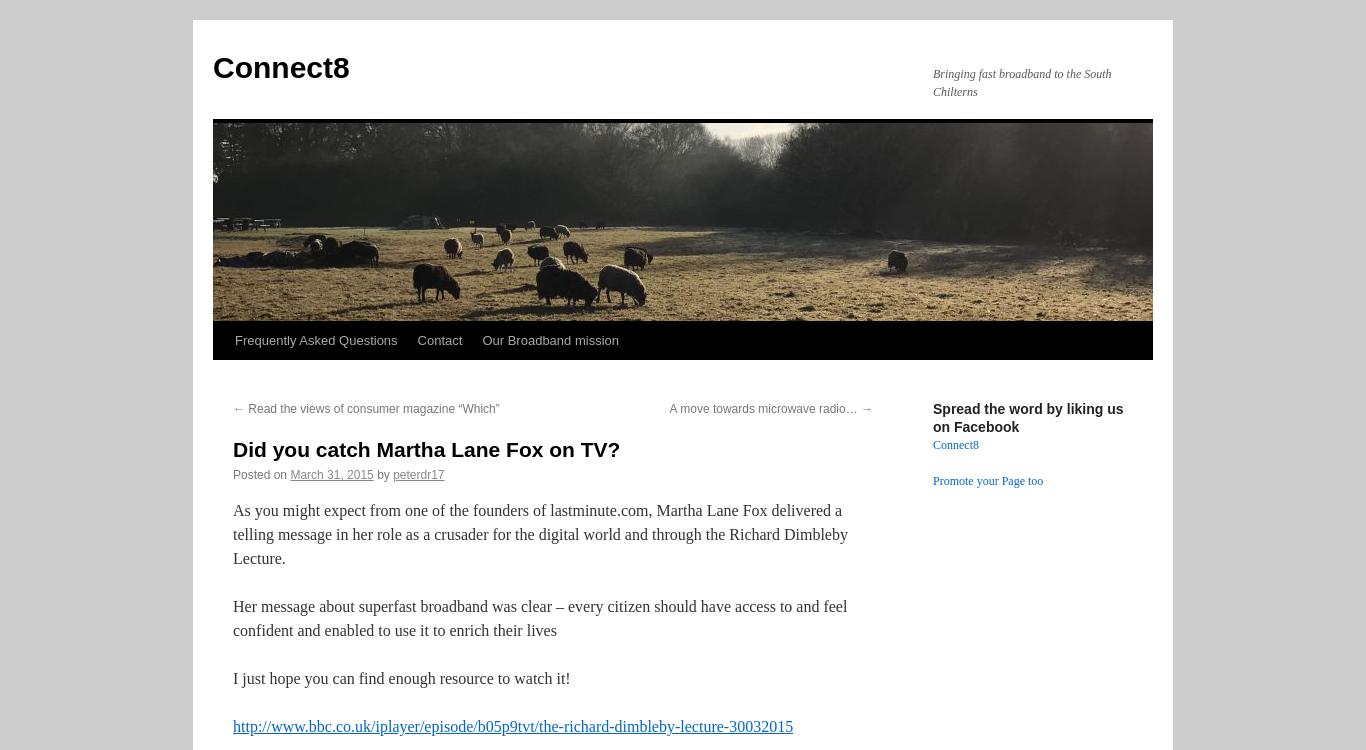 The width and height of the screenshot is (1366, 750). I want to click on 'http://www.bbc.co.uk/iplayer/episode/b05p9tvt/the-richard-dimbleby-lecture-30032015', so click(512, 725).